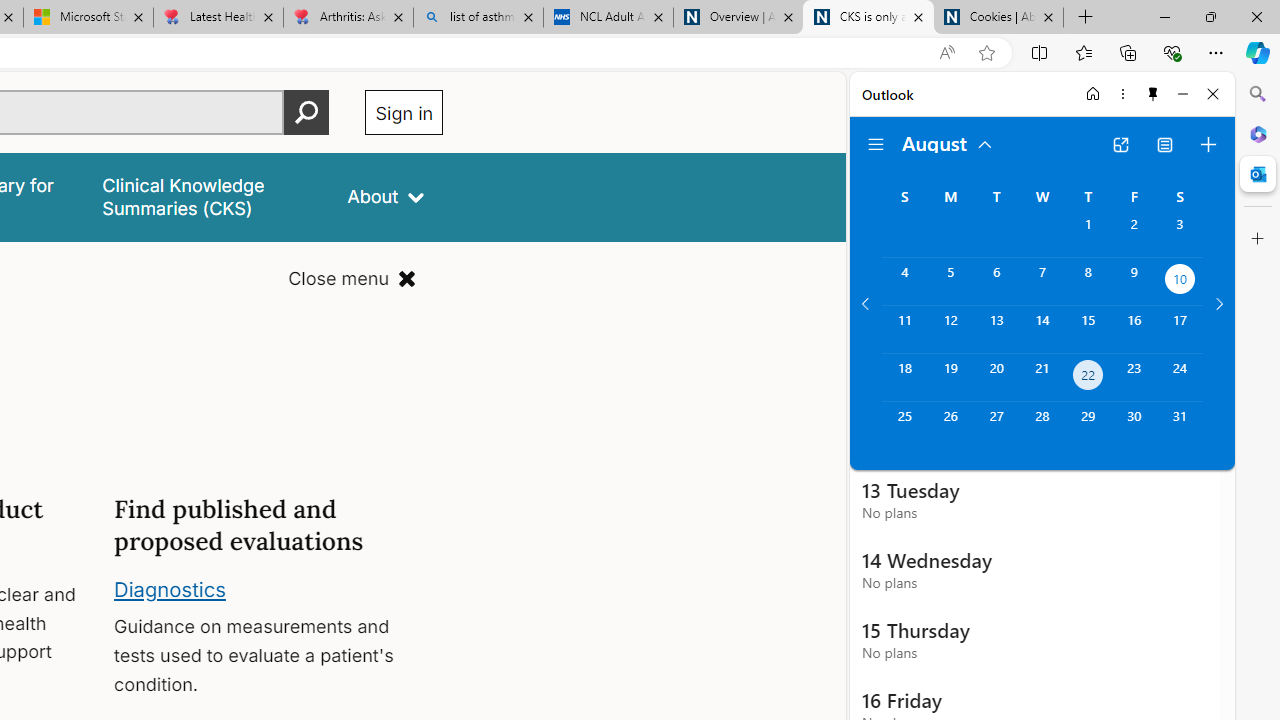  What do you see at coordinates (1207, 144) in the screenshot?
I see `'Create event'` at bounding box center [1207, 144].